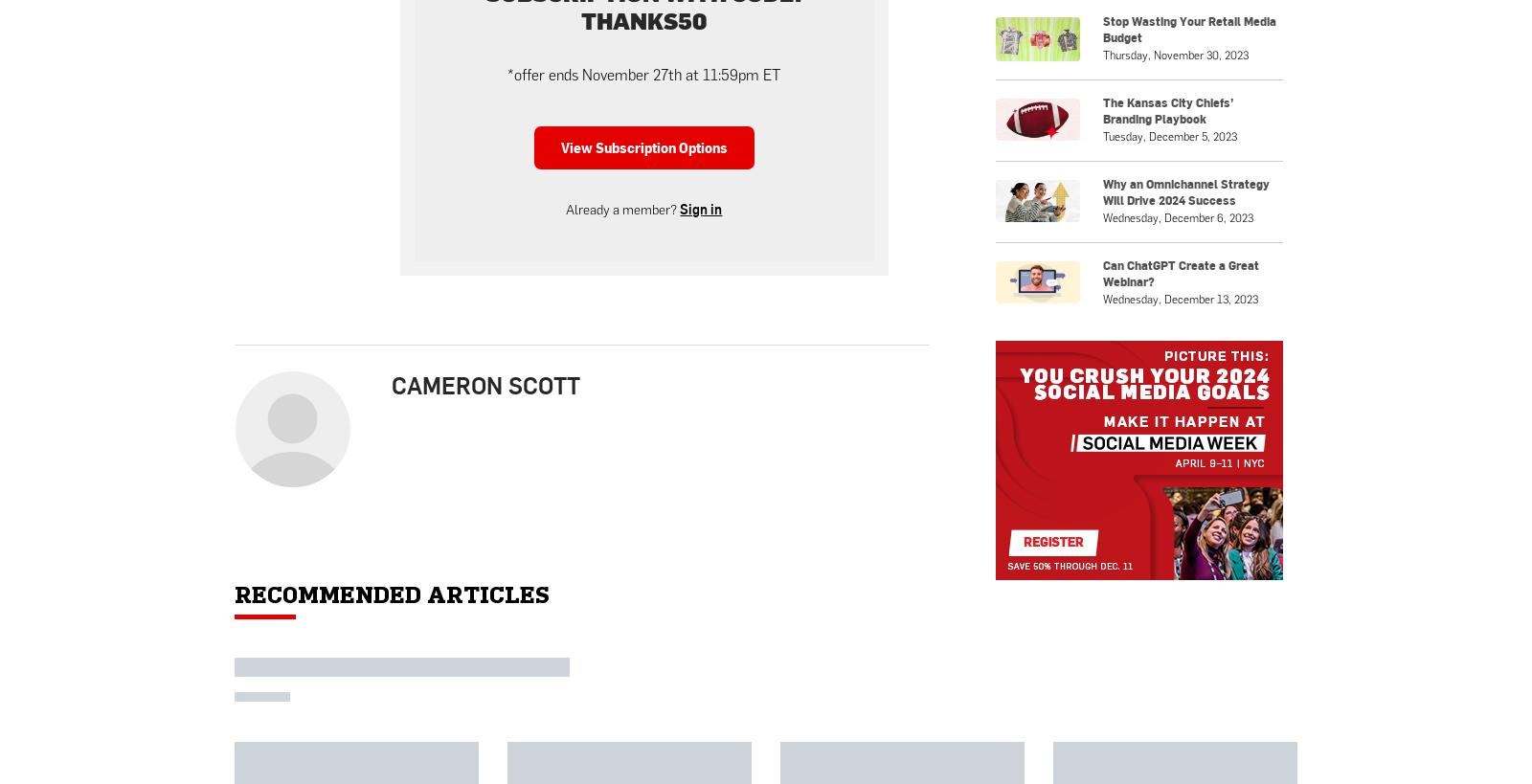 Image resolution: width=1532 pixels, height=784 pixels. What do you see at coordinates (565, 209) in the screenshot?
I see `'Already a member?'` at bounding box center [565, 209].